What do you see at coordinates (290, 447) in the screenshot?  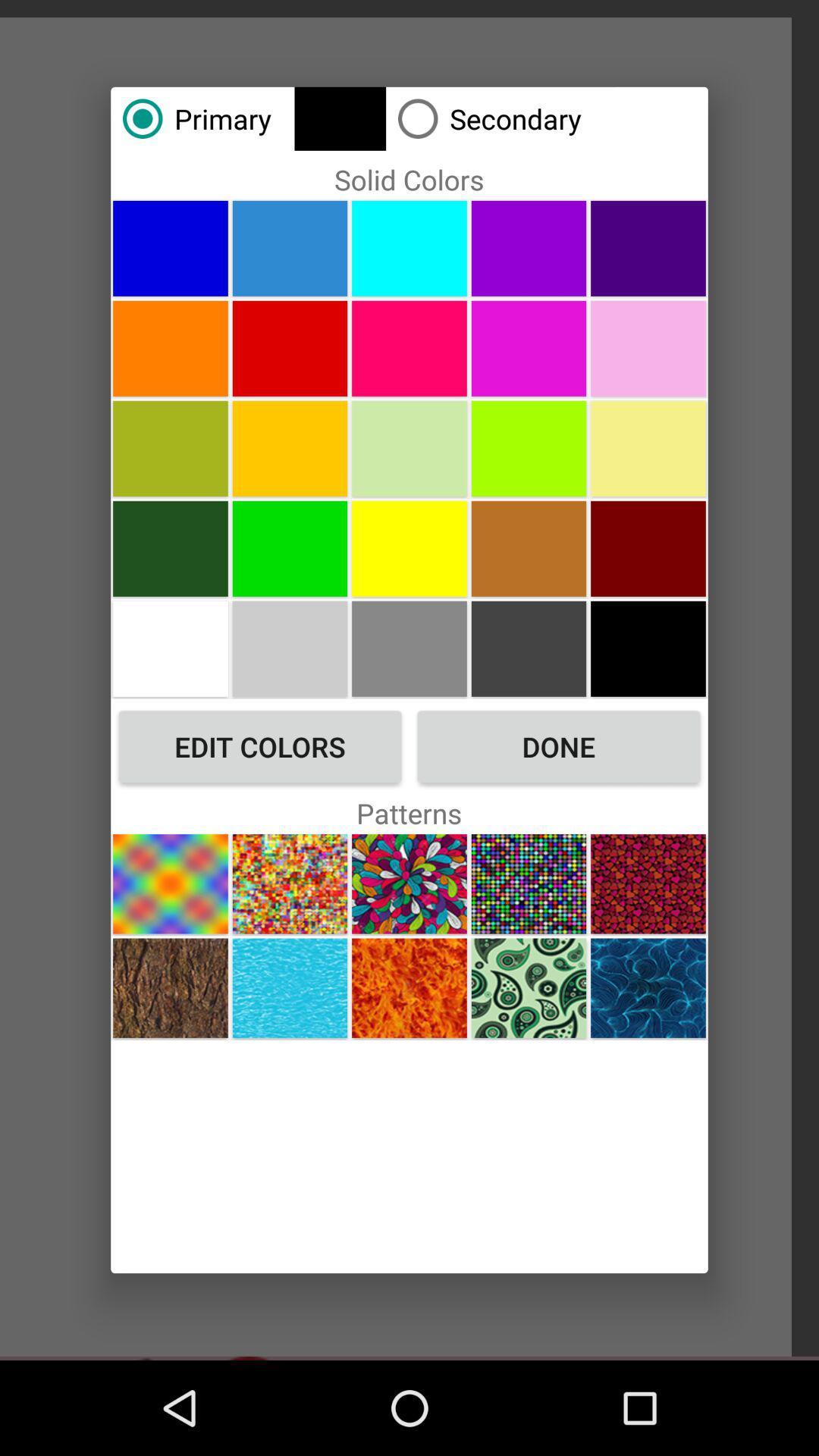 I see `this color` at bounding box center [290, 447].